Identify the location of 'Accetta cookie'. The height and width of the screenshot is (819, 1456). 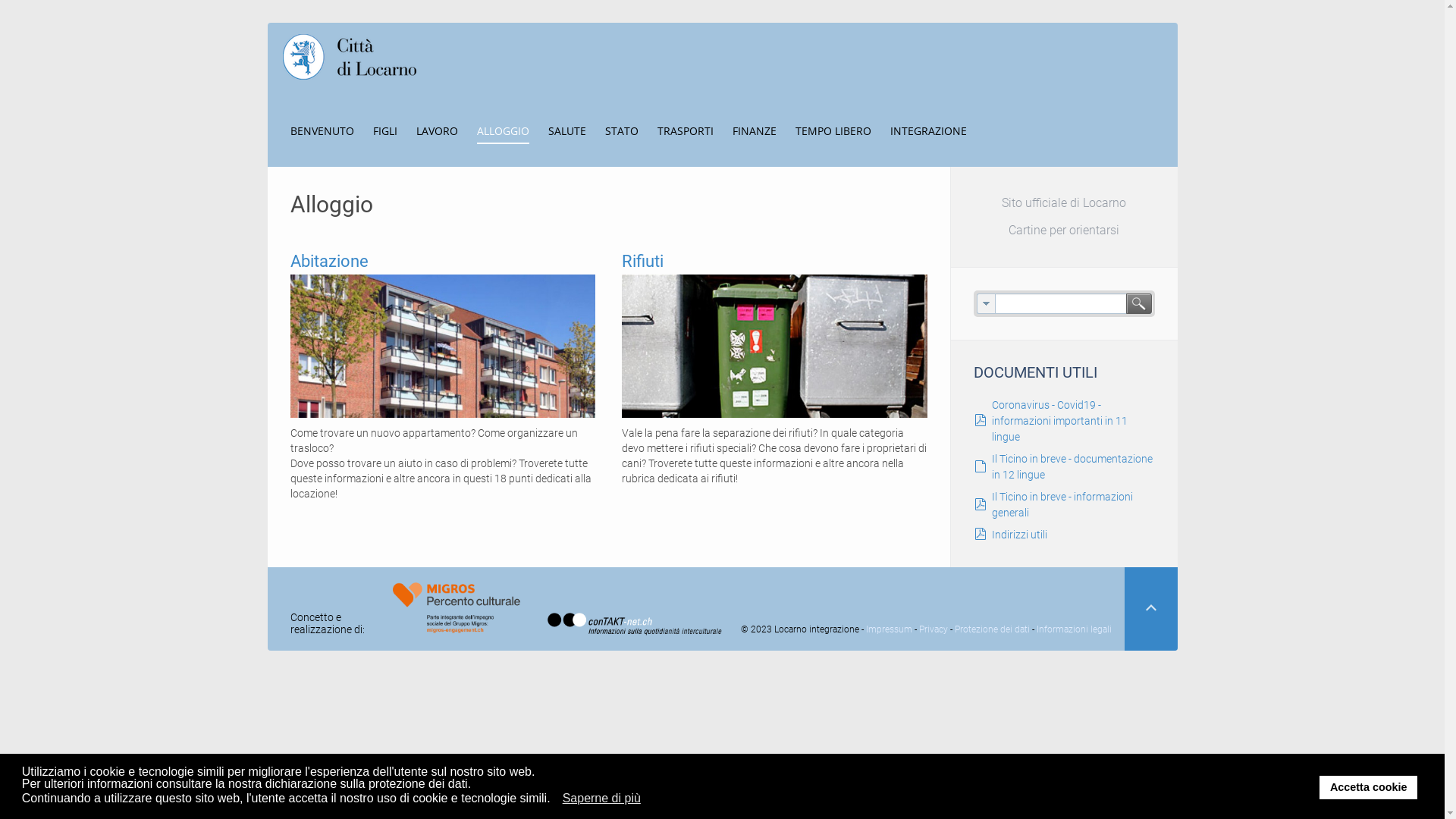
(1368, 786).